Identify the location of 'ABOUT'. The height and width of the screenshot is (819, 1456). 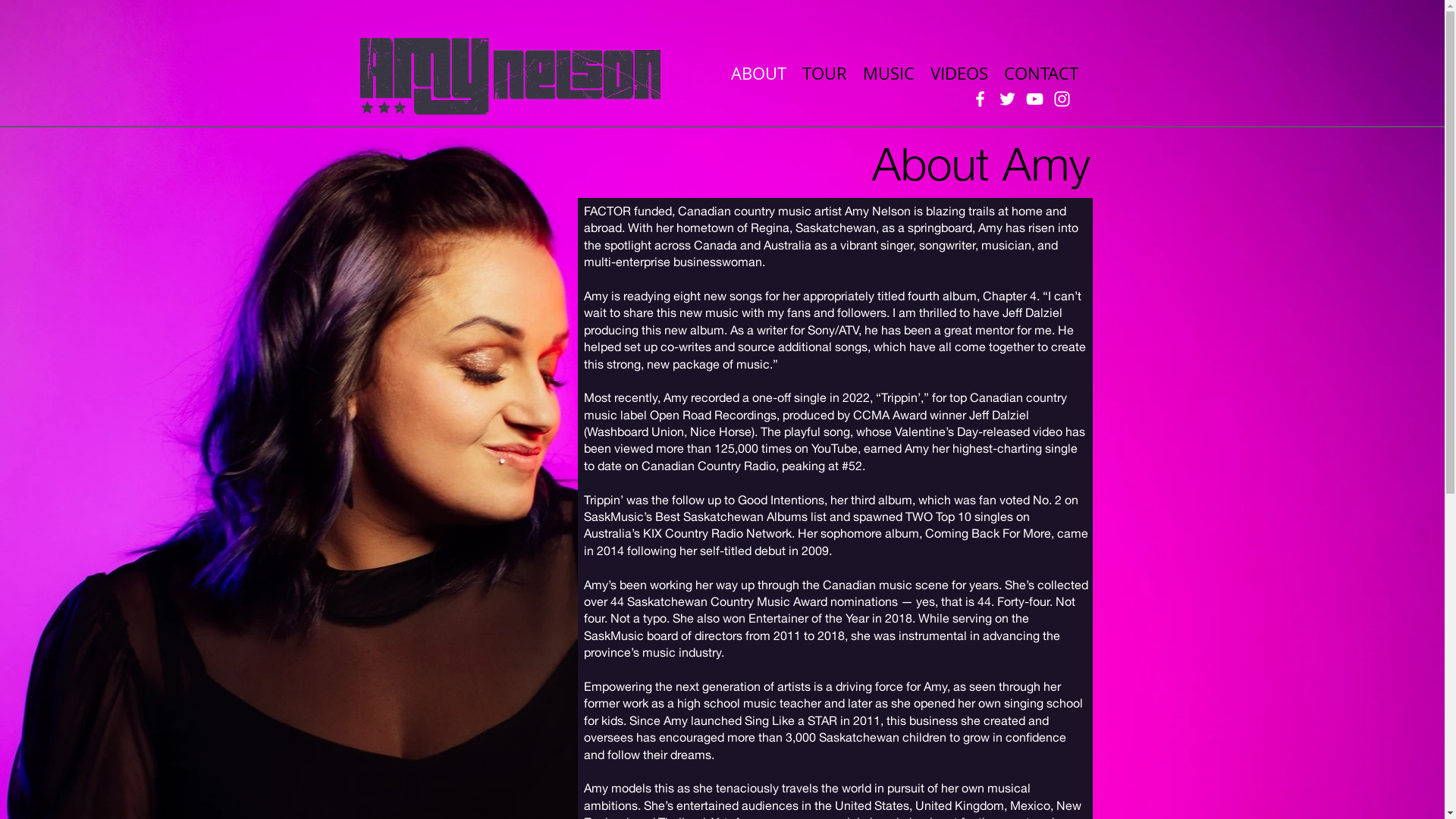
(758, 72).